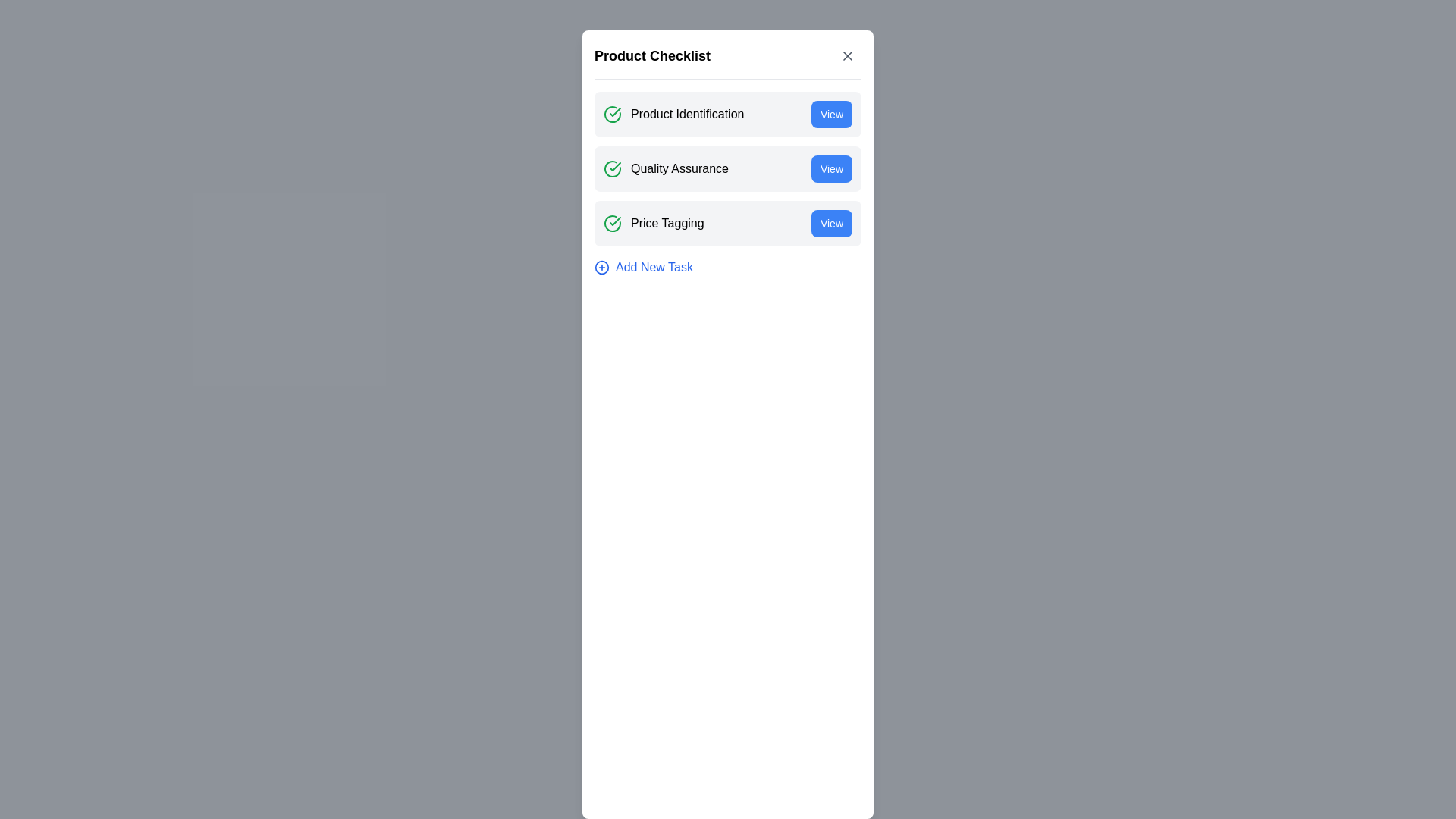  Describe the element at coordinates (654, 223) in the screenshot. I see `the Row labeled 'Price Tagging' which contains a green check mark icon, positioned between 'Quality Assurance' and the 'View' button` at that location.